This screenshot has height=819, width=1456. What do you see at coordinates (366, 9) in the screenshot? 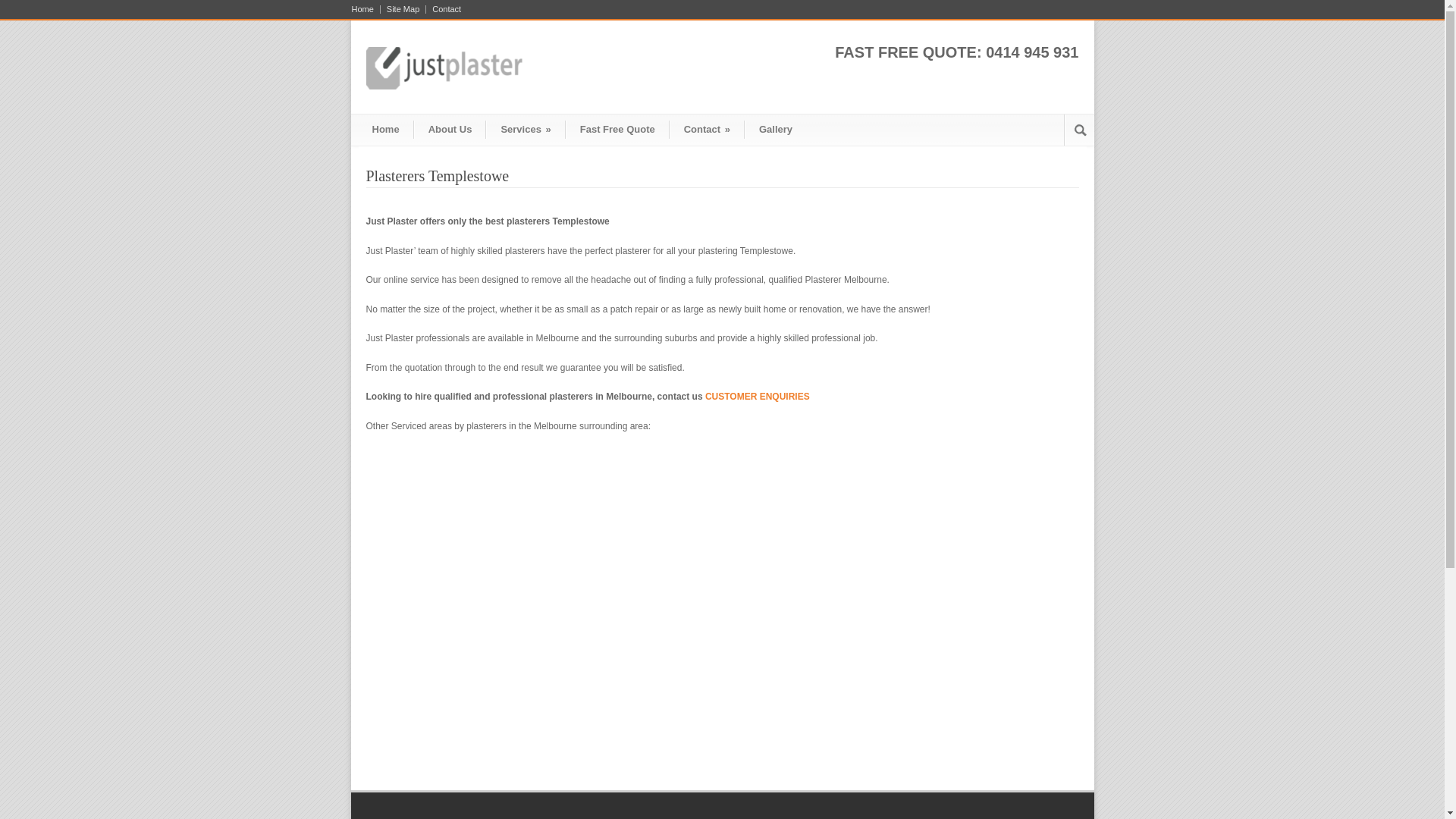
I see `'Home'` at bounding box center [366, 9].